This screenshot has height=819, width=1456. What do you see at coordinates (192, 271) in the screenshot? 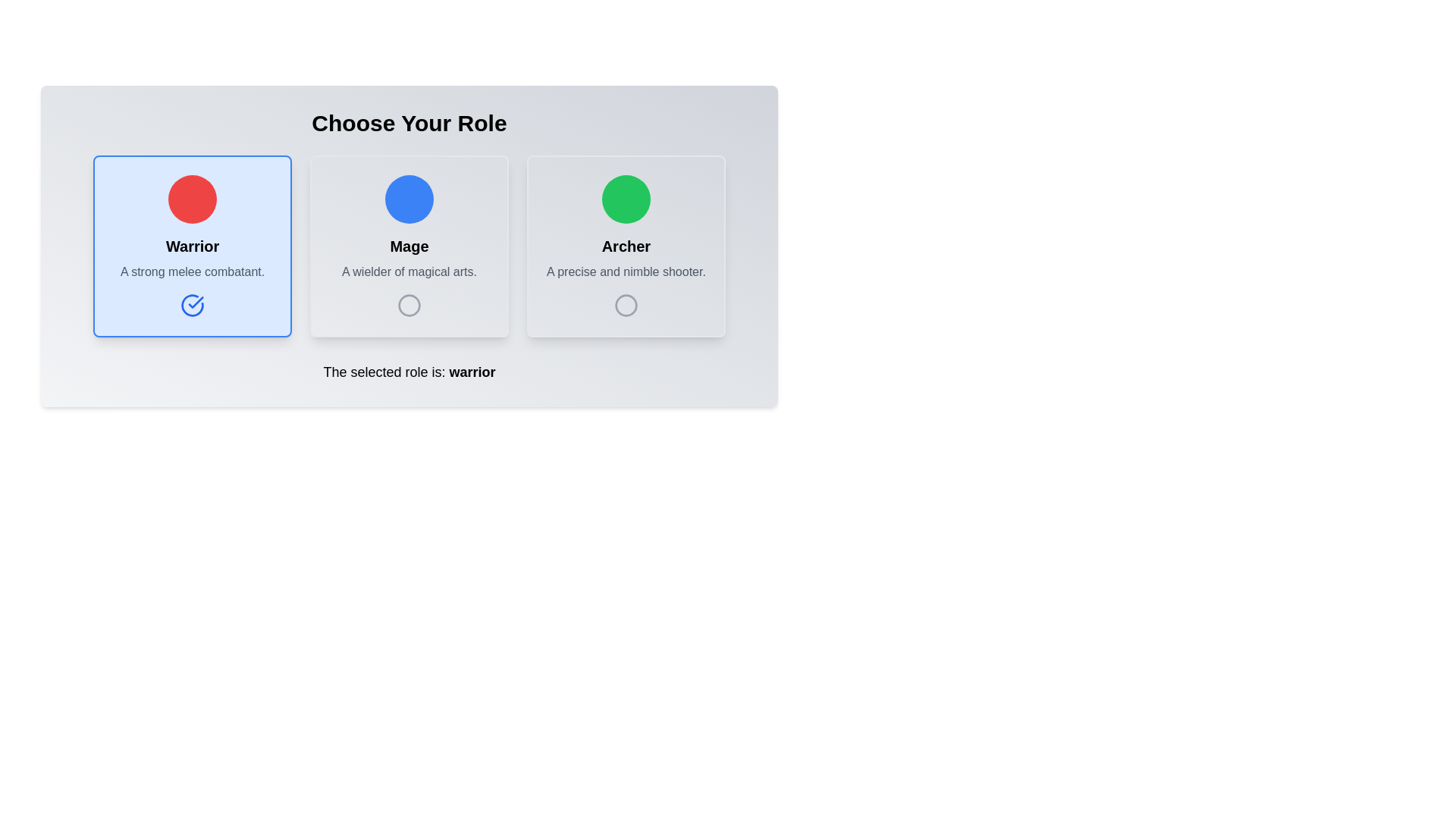
I see `the descriptive text label for the 'Warrior' role, located below the title and above the selection icon within the Warrior card` at bounding box center [192, 271].